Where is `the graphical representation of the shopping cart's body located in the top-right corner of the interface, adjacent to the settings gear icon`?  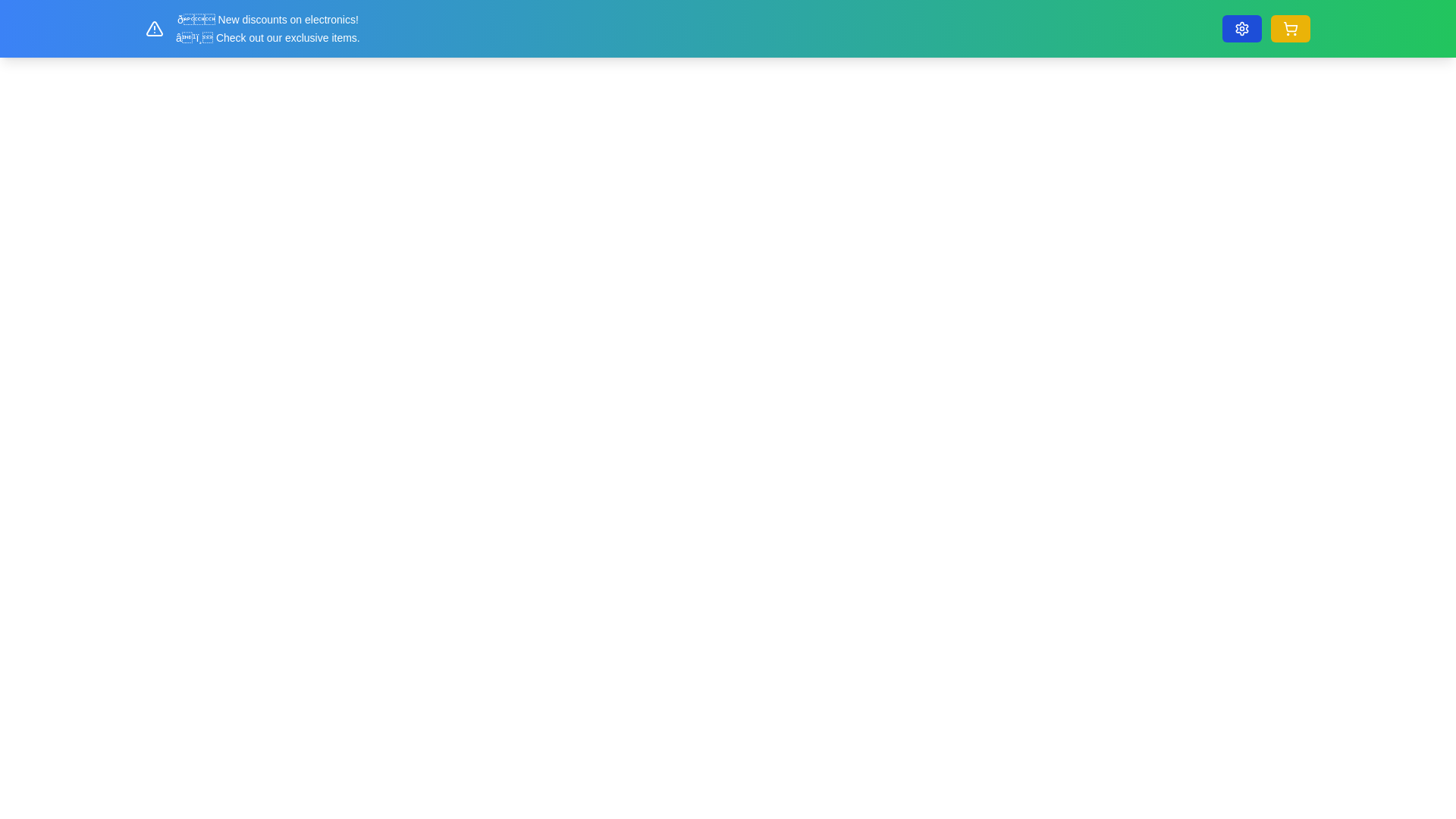
the graphical representation of the shopping cart's body located in the top-right corner of the interface, adjacent to the settings gear icon is located at coordinates (1290, 27).